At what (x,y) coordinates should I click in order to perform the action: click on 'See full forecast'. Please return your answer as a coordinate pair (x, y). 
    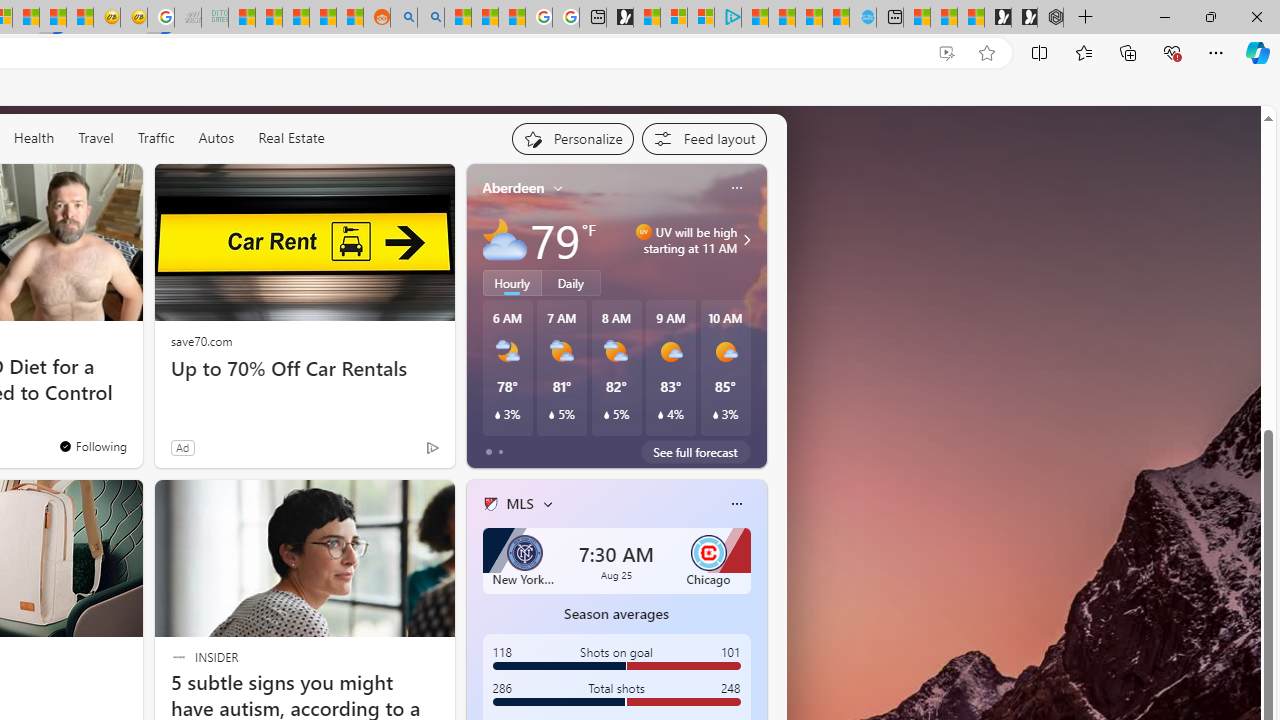
    Looking at the image, I should click on (695, 451).